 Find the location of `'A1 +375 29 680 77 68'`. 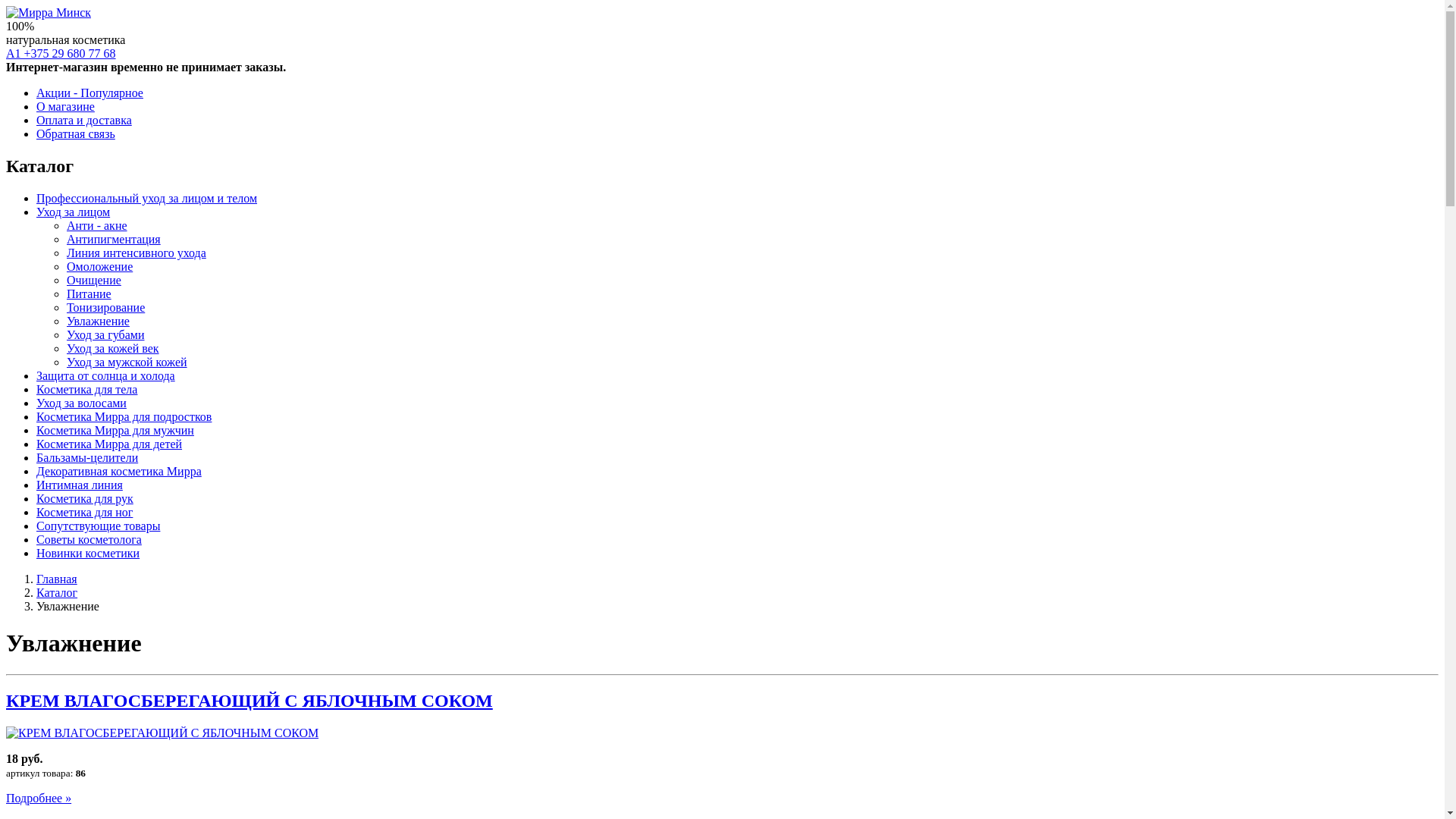

'A1 +375 29 680 77 68' is located at coordinates (61, 52).